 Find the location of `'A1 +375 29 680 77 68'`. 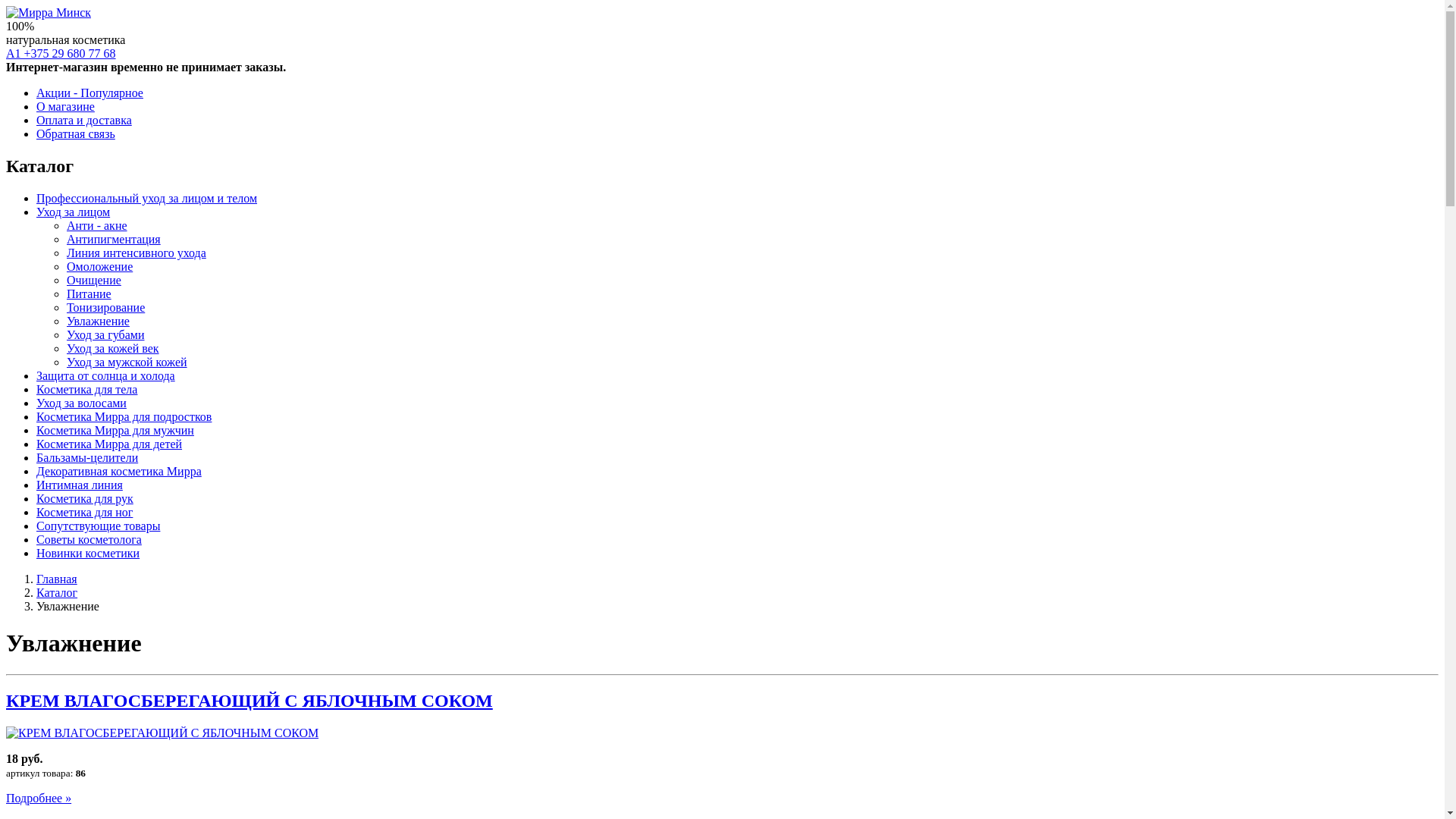

'A1 +375 29 680 77 68' is located at coordinates (61, 52).